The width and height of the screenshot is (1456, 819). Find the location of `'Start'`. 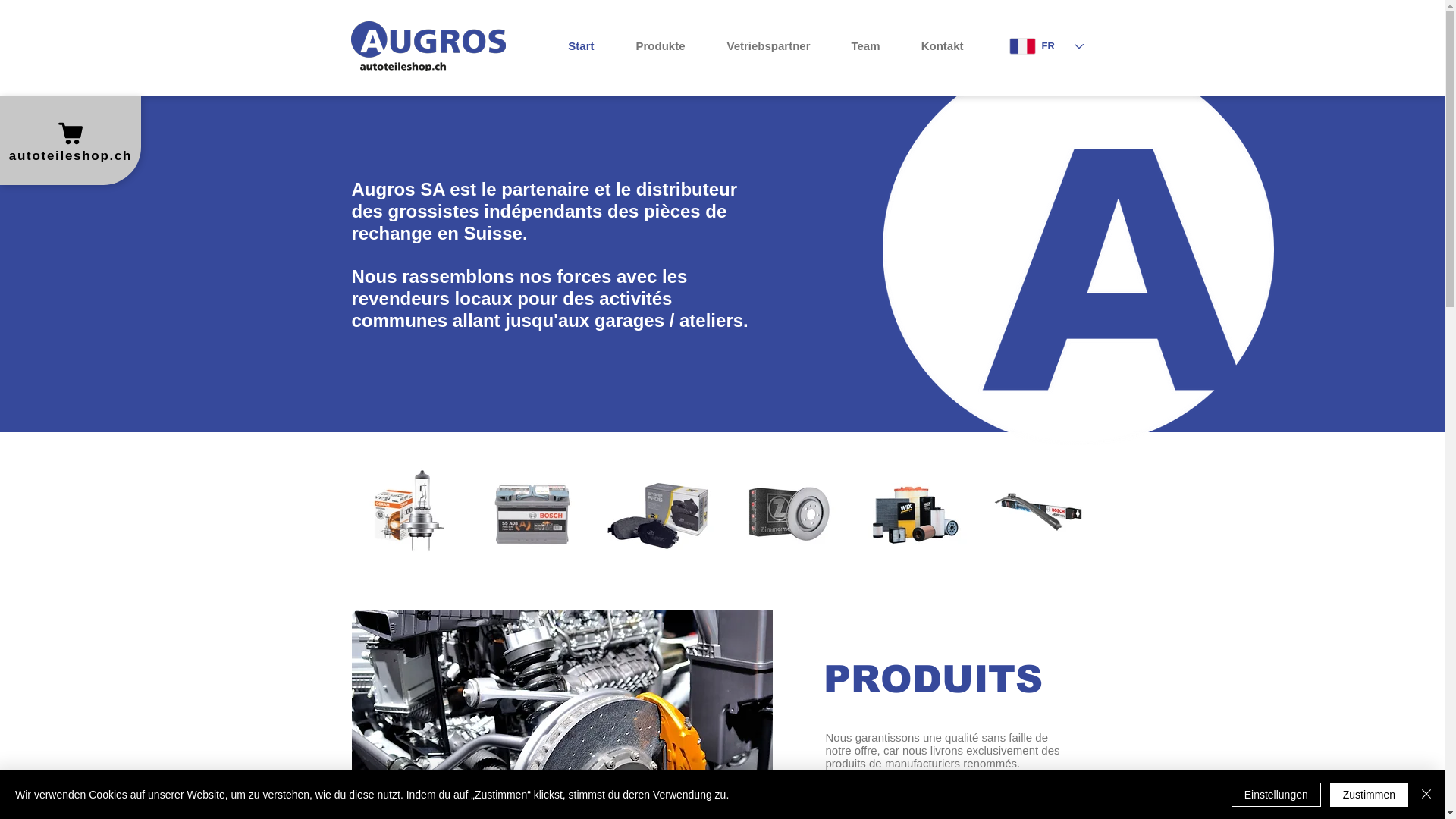

'Start' is located at coordinates (538, 45).